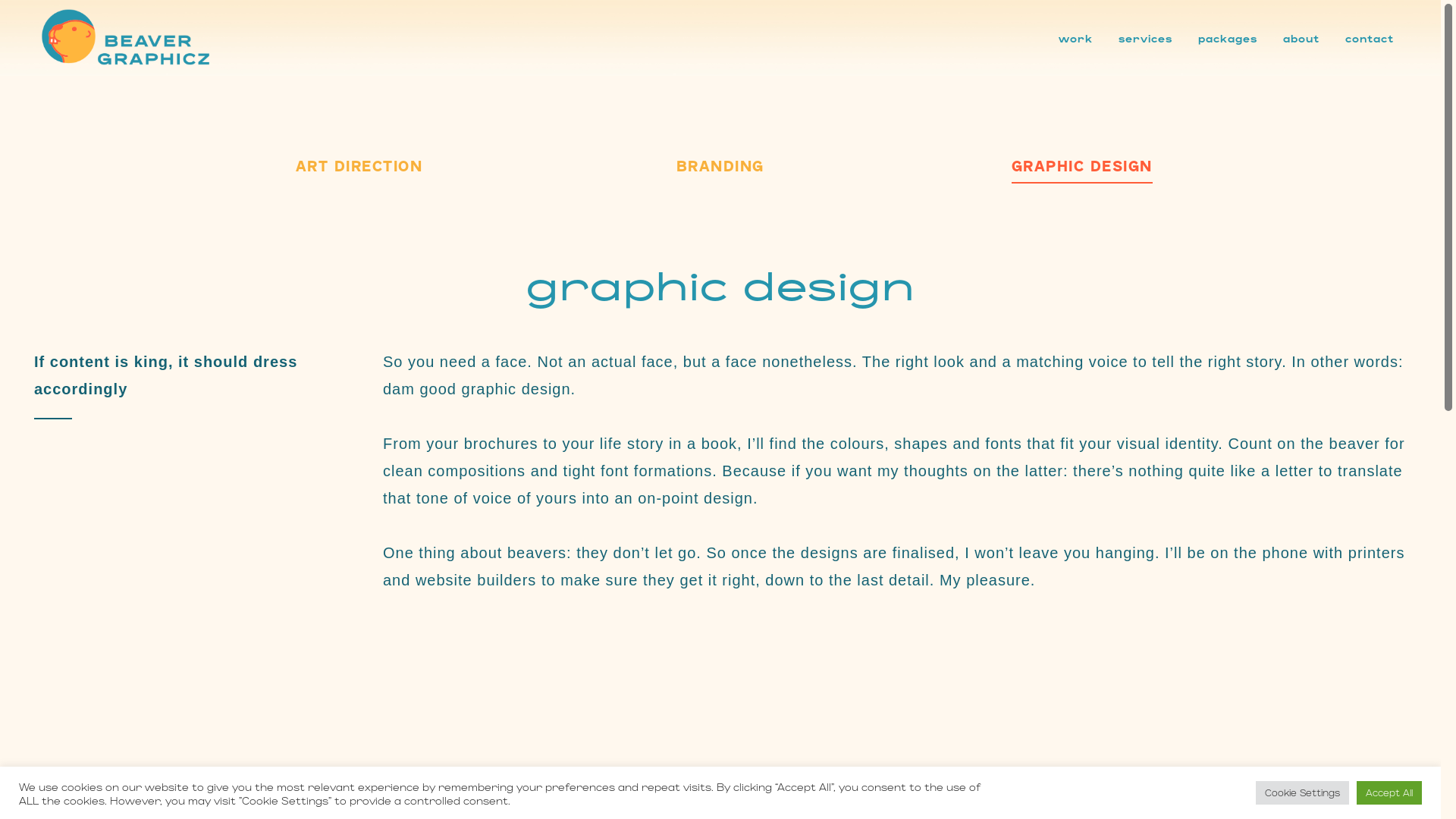  Describe the element at coordinates (1301, 792) in the screenshot. I see `'Cookie Settings'` at that location.